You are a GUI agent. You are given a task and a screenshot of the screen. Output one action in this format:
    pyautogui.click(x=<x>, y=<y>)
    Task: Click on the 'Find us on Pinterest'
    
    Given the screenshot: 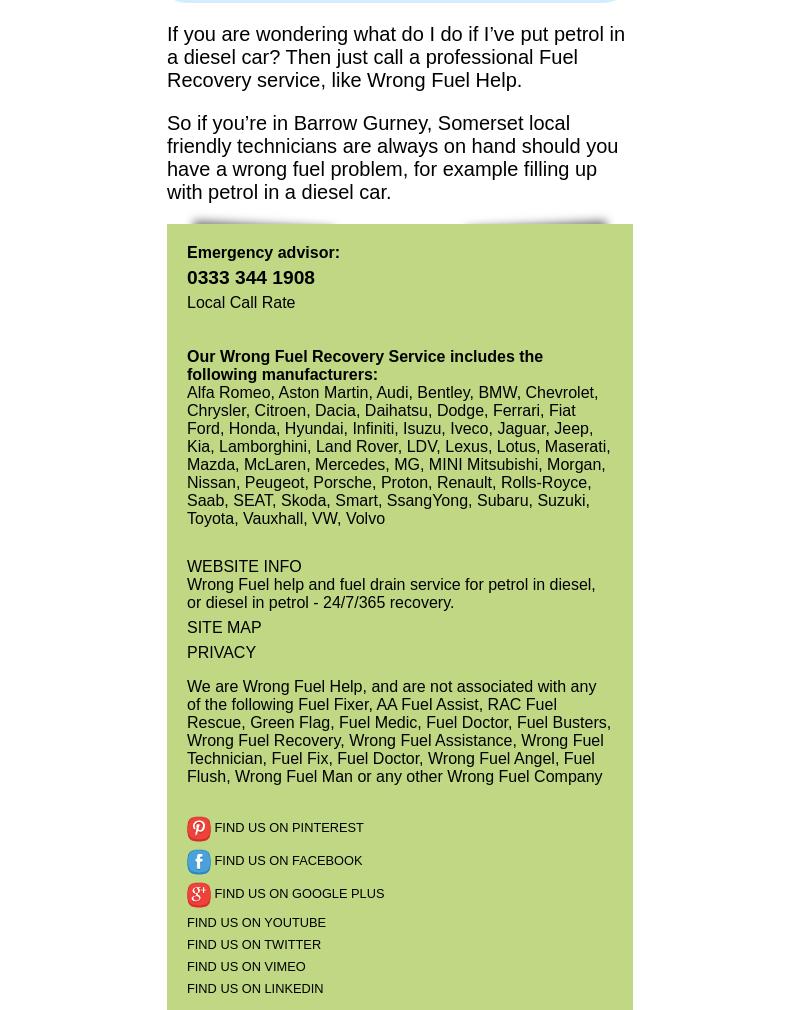 What is the action you would take?
    pyautogui.click(x=287, y=827)
    